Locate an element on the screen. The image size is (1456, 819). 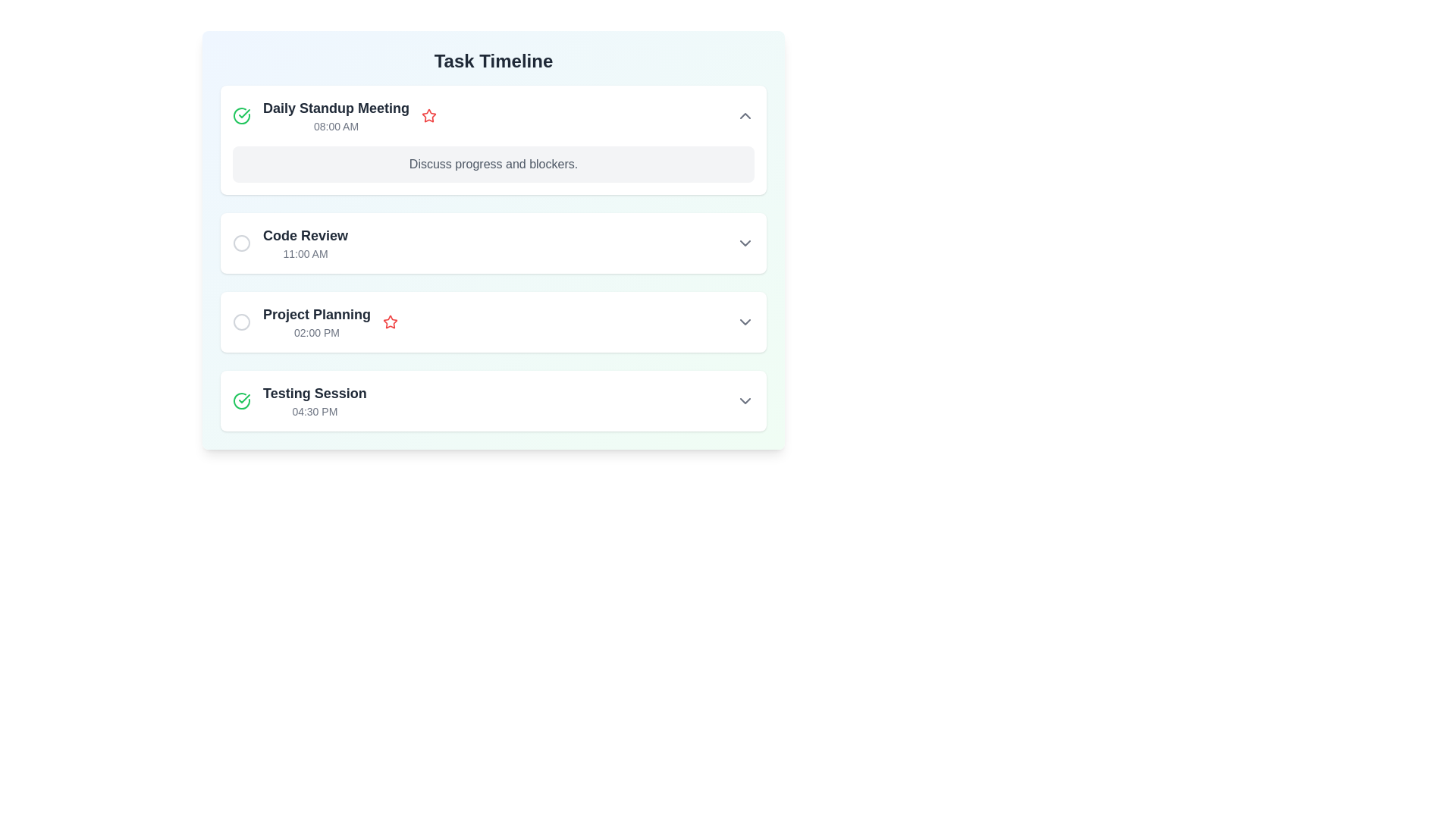
the static text label titled 'Code Review' located in the second task card of the timeline interface, positioned above the '11:00 AM' timestamp is located at coordinates (305, 236).